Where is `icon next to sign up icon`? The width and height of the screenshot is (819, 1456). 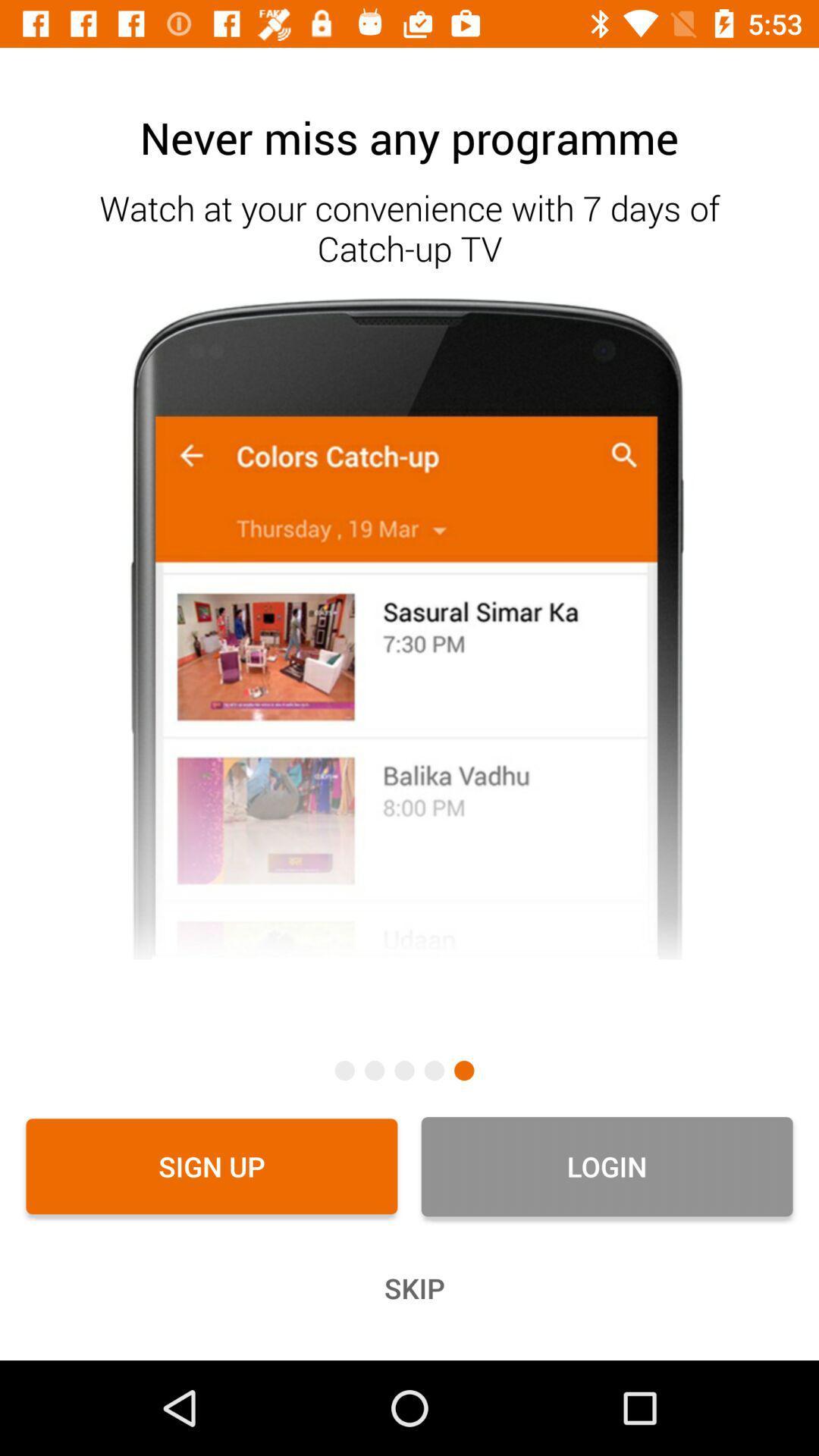
icon next to sign up icon is located at coordinates (606, 1166).